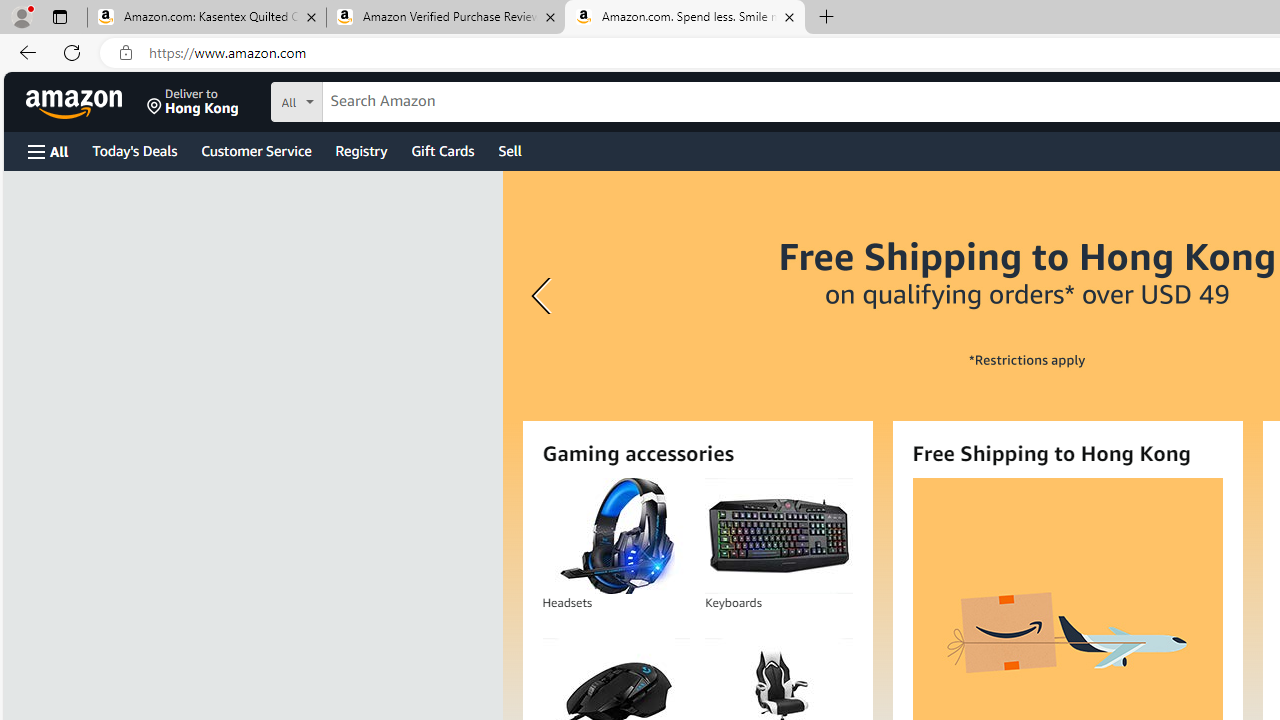 This screenshot has height=720, width=1280. I want to click on 'Registry', so click(360, 149).